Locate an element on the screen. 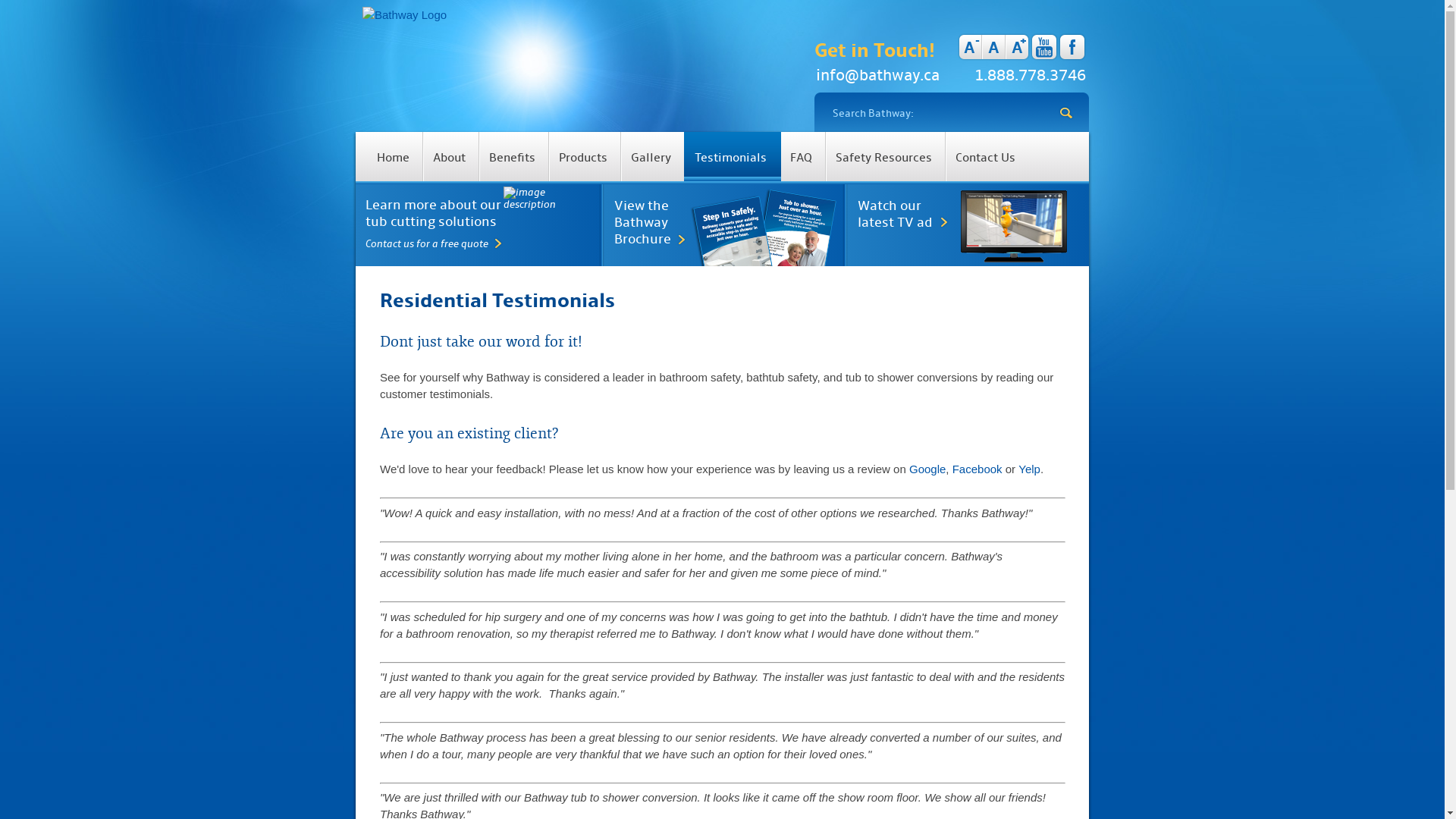 The image size is (1456, 819). 'facebook' is located at coordinates (1072, 45).